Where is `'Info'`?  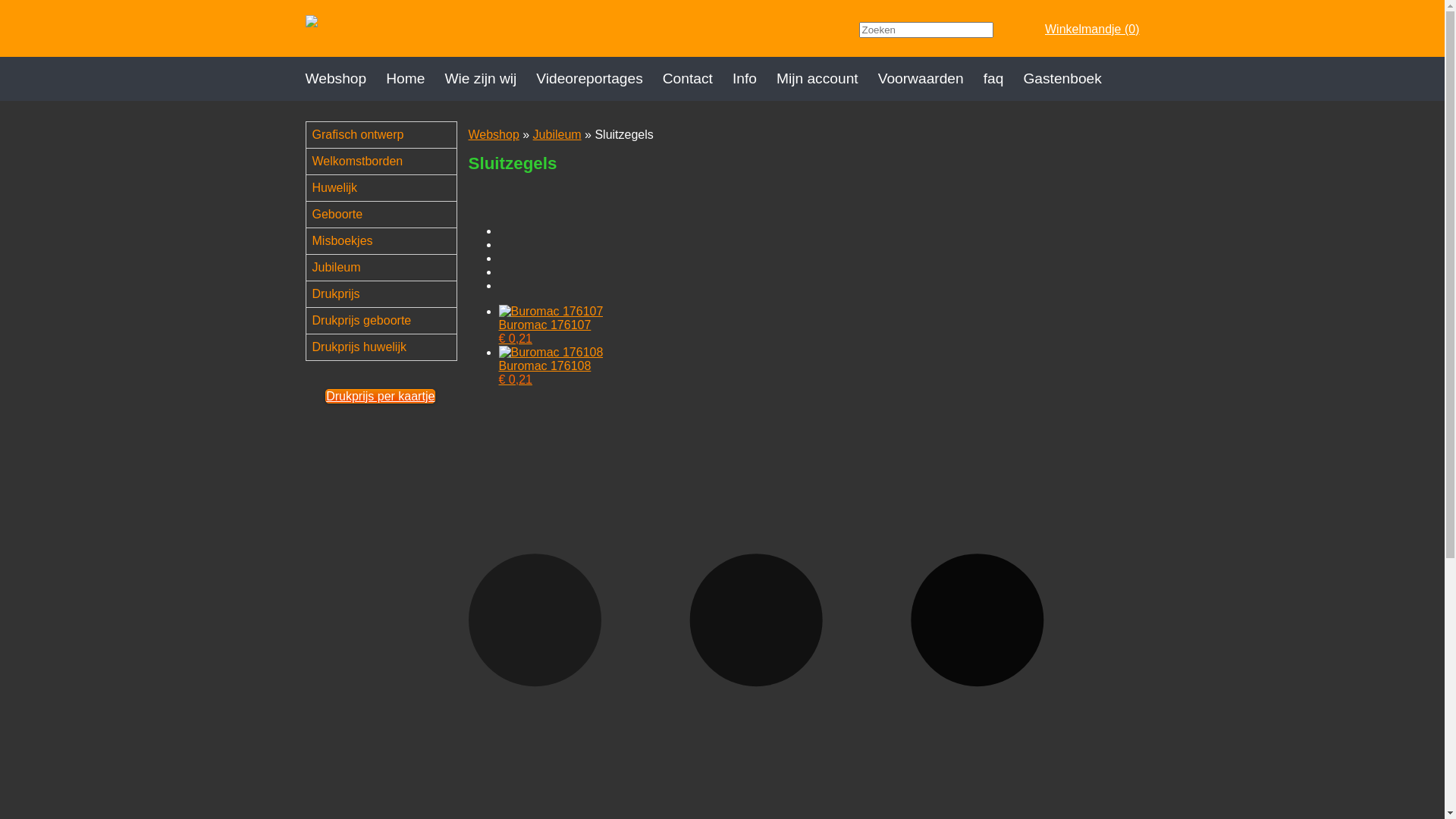 'Info' is located at coordinates (754, 79).